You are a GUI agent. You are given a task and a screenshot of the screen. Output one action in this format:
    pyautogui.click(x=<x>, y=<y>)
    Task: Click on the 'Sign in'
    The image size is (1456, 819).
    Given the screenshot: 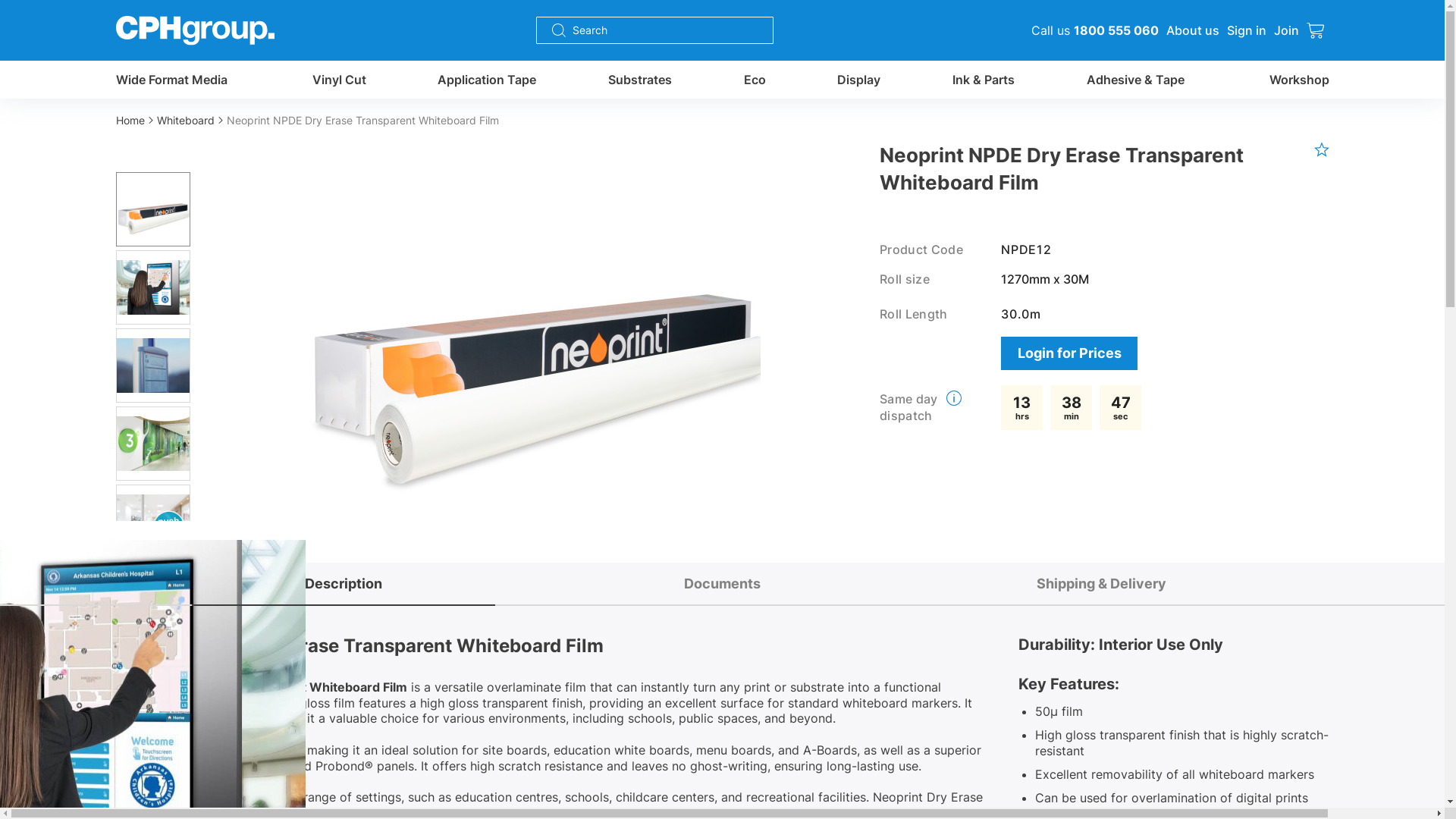 What is the action you would take?
    pyautogui.click(x=1226, y=30)
    